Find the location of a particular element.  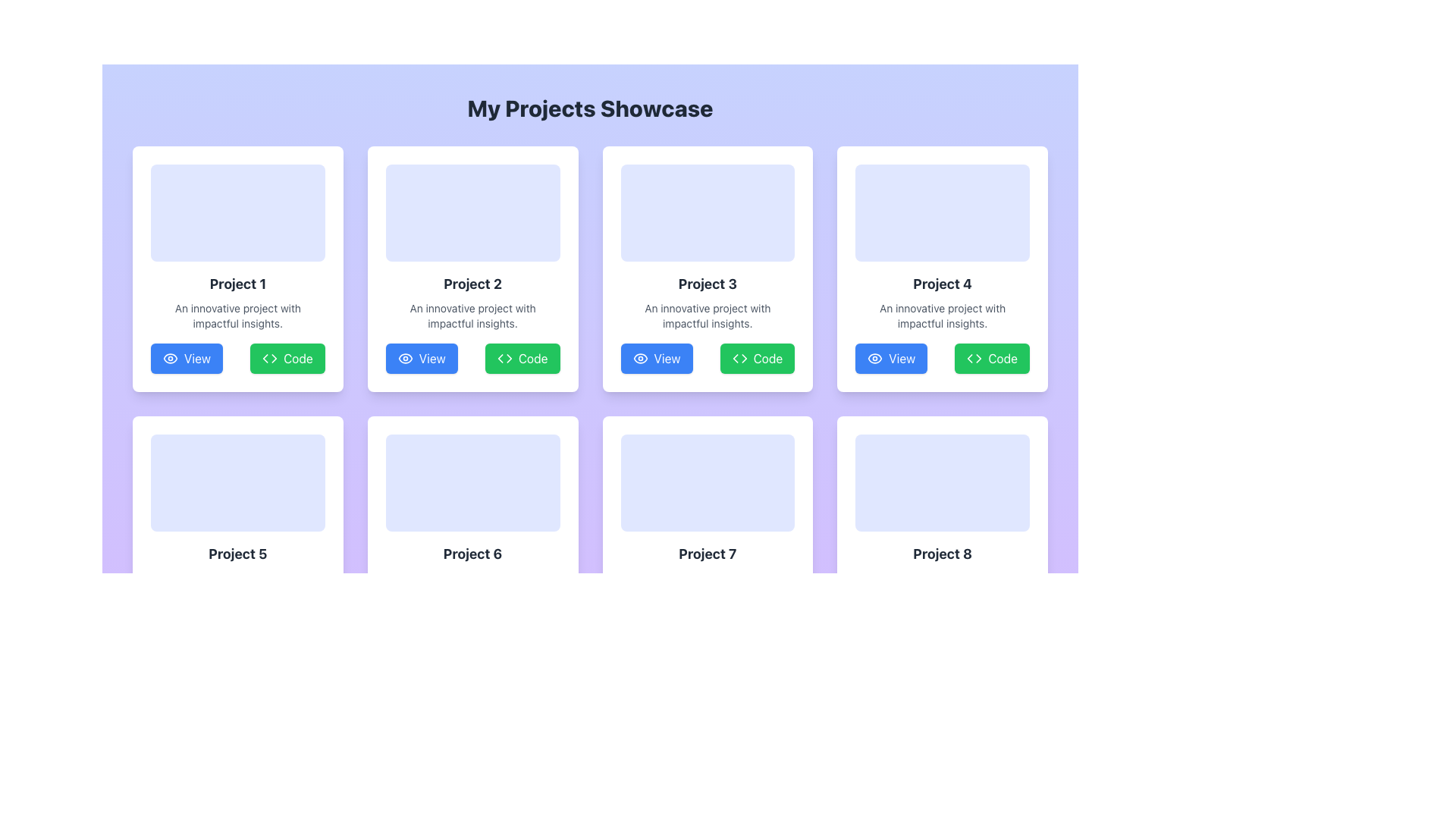

descriptive text displayed in the Text Block located within the 'Project 4' card, positioned directly below the title and above the 'View' and 'Code' buttons is located at coordinates (942, 315).